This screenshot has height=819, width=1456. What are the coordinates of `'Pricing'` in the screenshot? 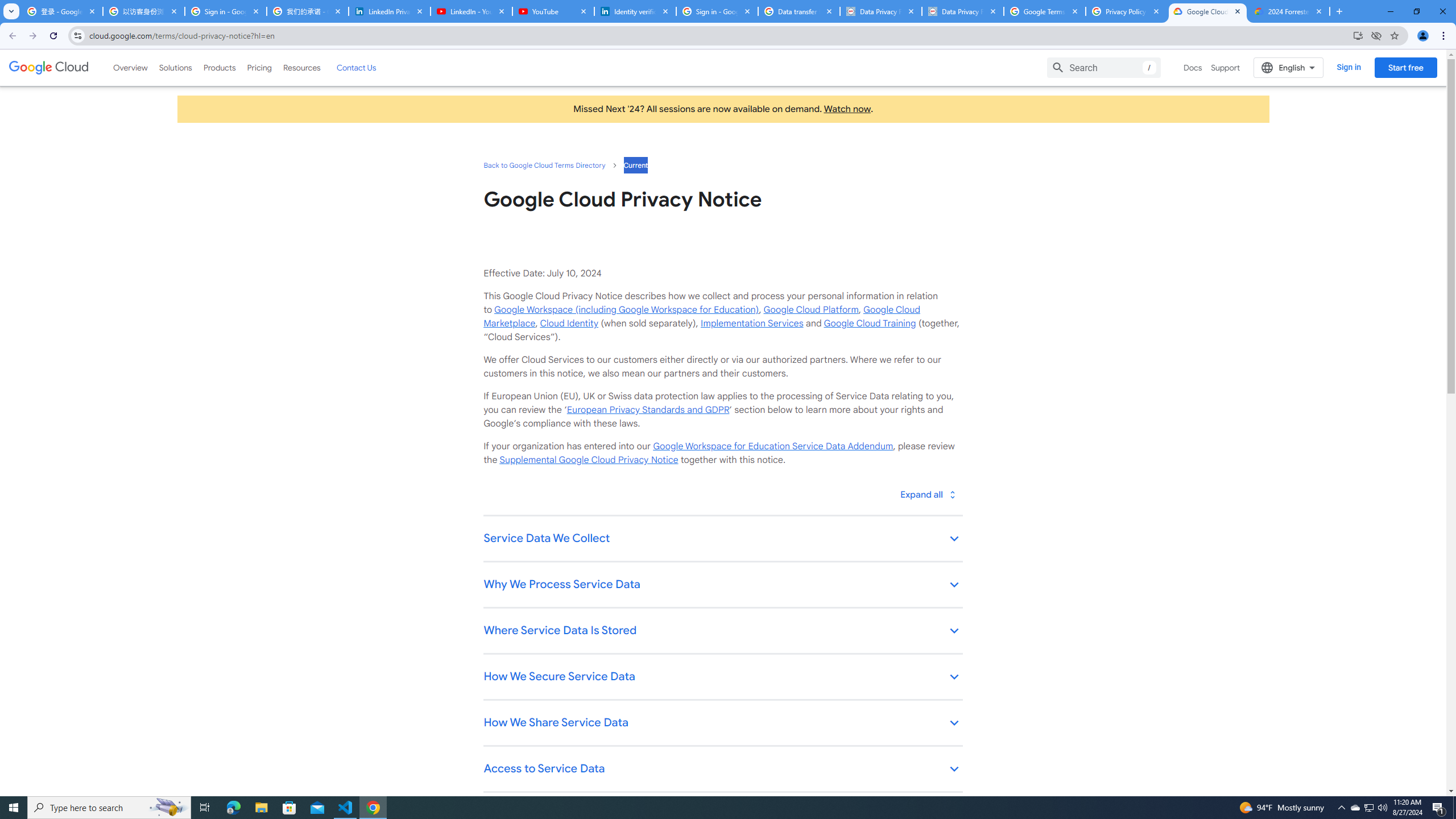 It's located at (259, 67).